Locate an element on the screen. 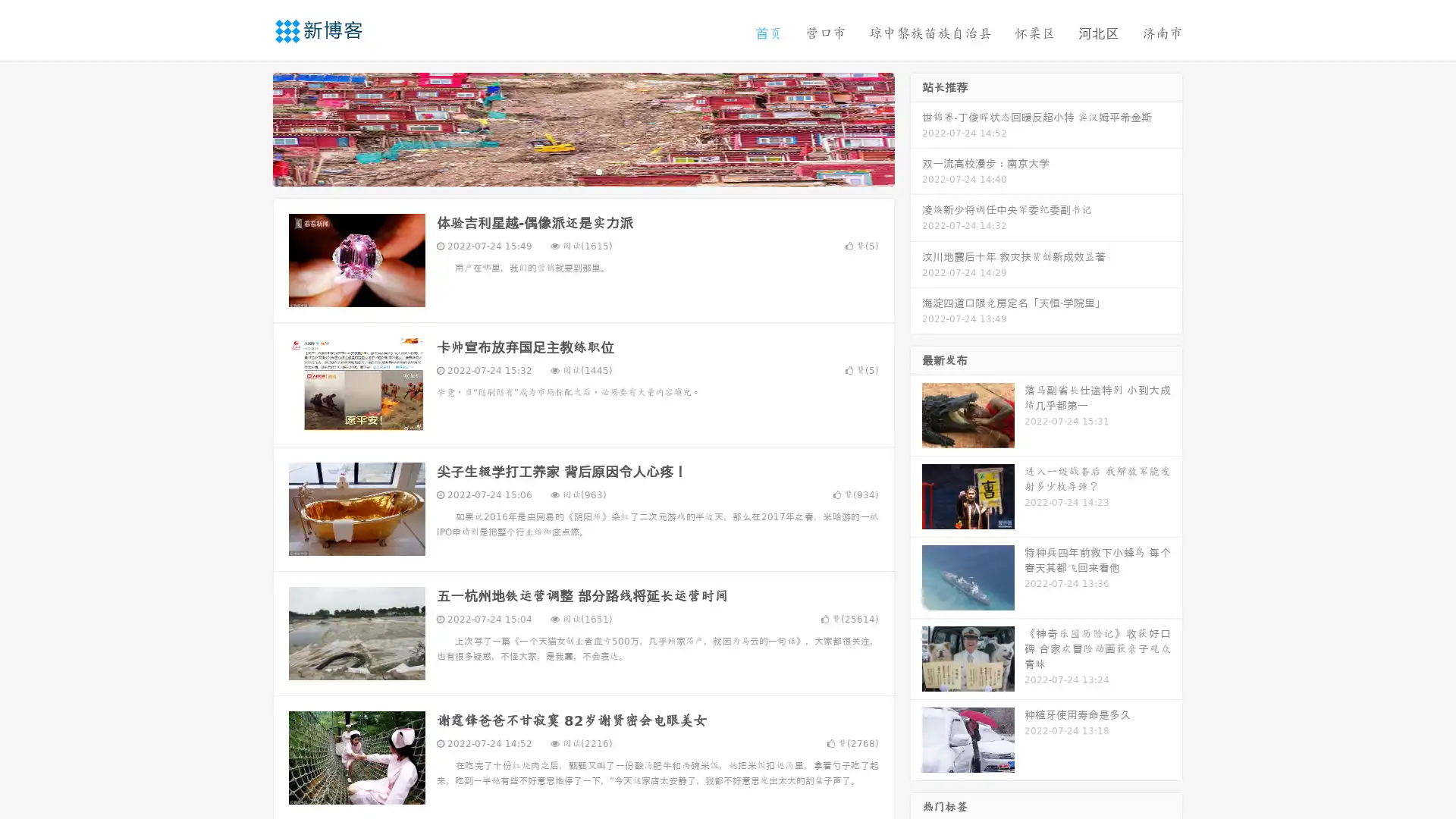 Image resolution: width=1456 pixels, height=819 pixels. Go to slide 1 is located at coordinates (567, 171).